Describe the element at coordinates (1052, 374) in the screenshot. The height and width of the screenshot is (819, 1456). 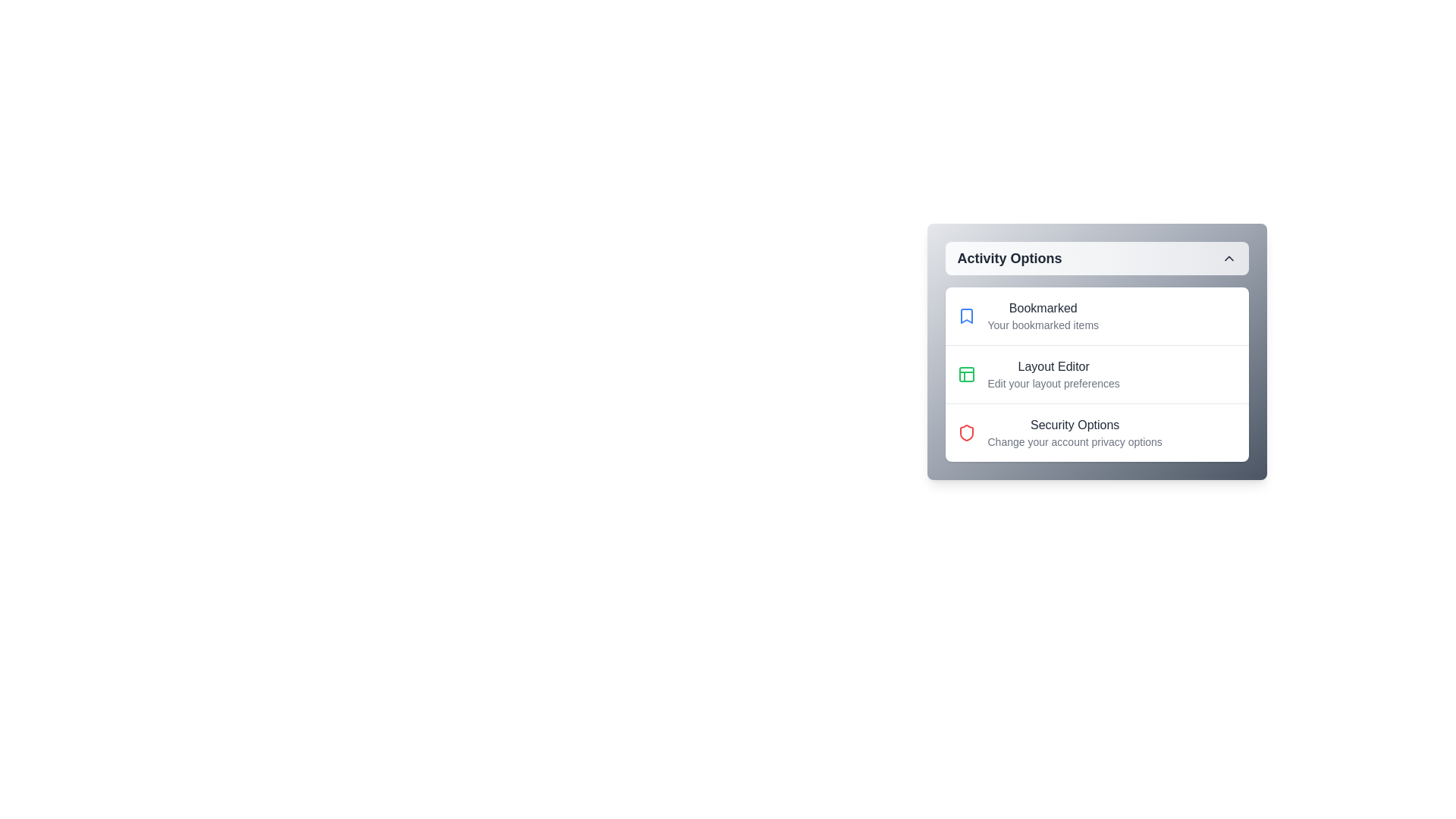
I see `the 'Layout Editor' label and description text element, which is styled with bold dark gray and light gray fonts respectively` at that location.